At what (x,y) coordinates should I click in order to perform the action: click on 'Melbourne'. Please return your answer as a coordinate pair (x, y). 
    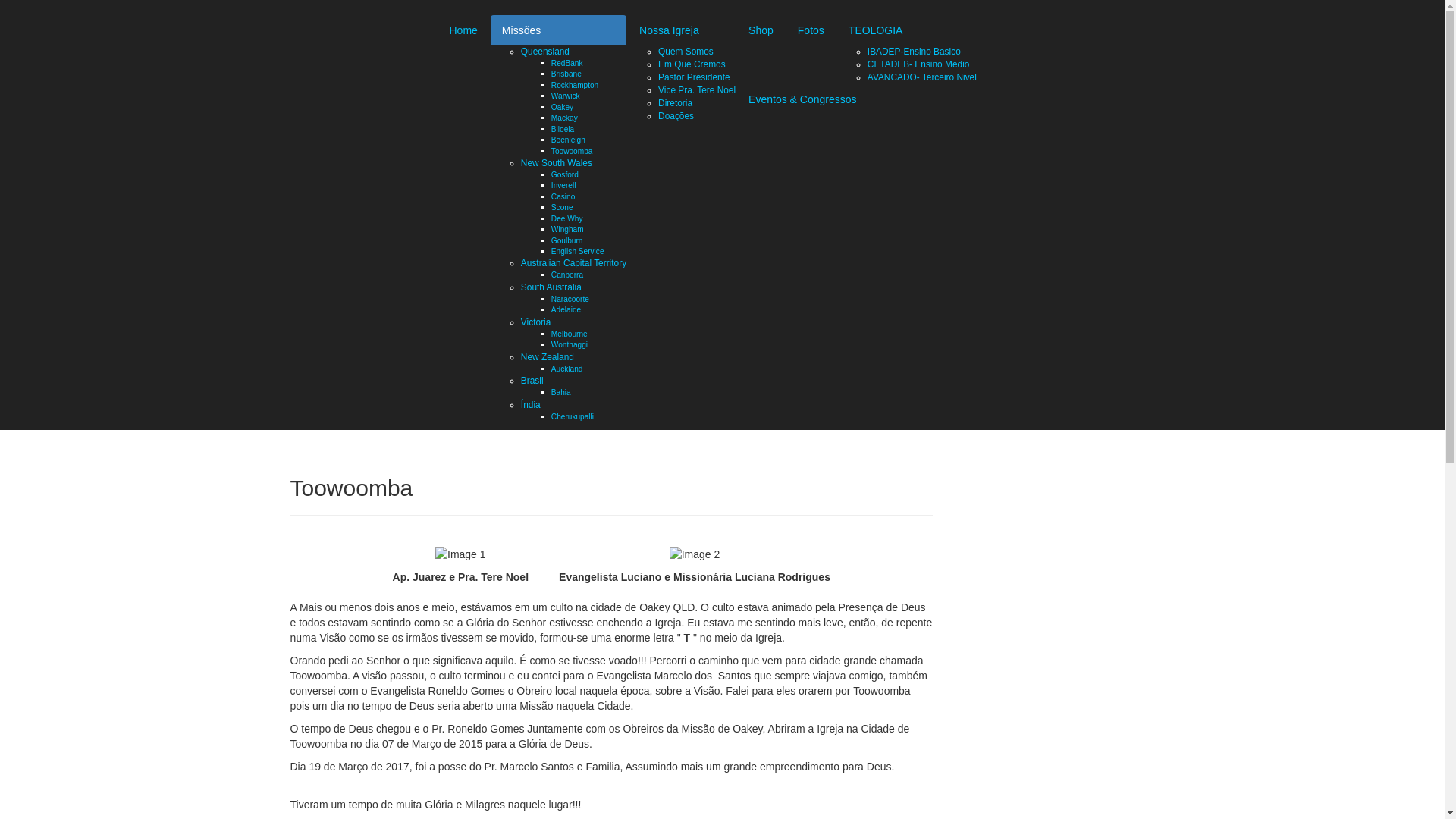
    Looking at the image, I should click on (568, 333).